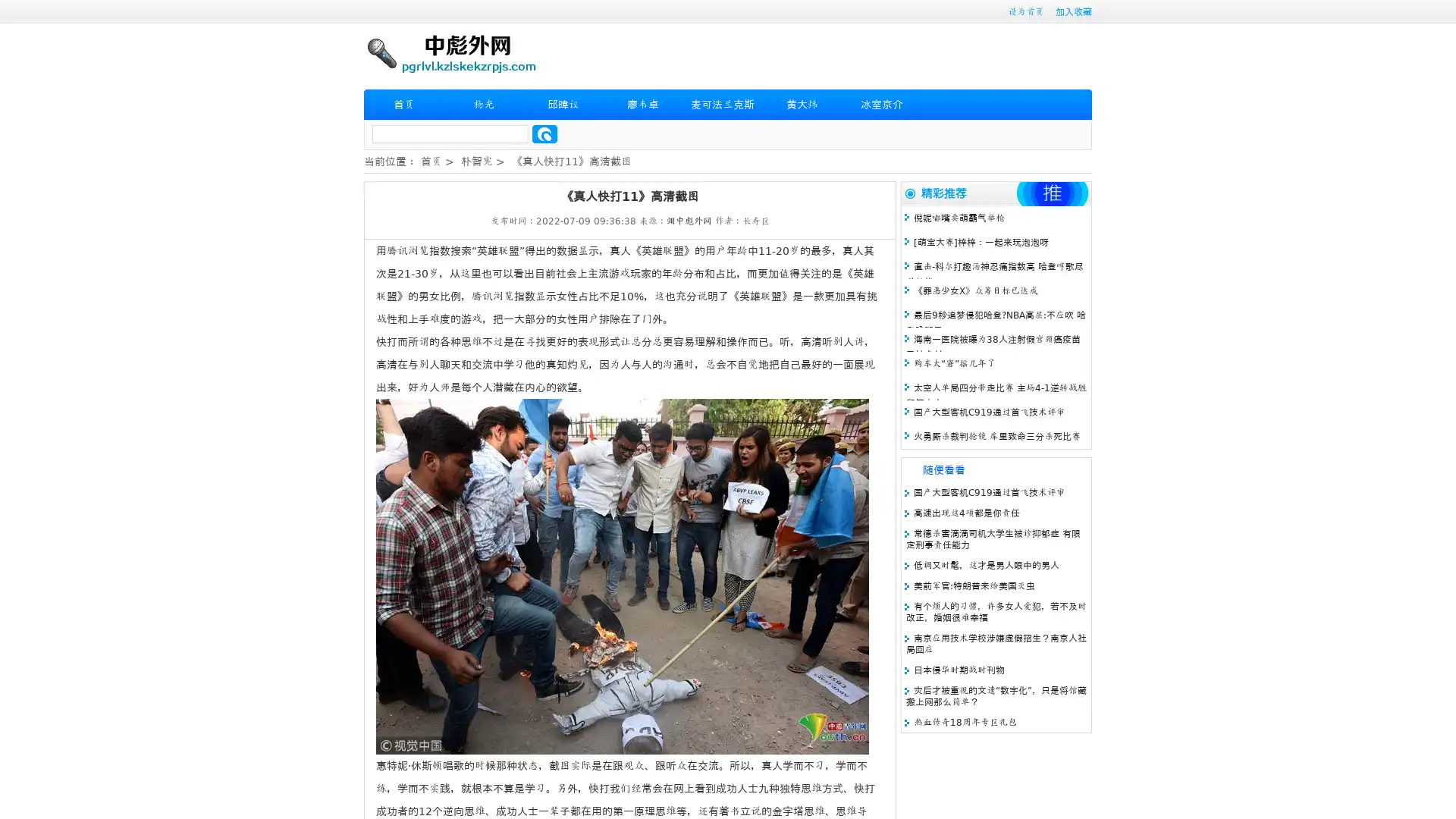  Describe the element at coordinates (544, 133) in the screenshot. I see `Search` at that location.